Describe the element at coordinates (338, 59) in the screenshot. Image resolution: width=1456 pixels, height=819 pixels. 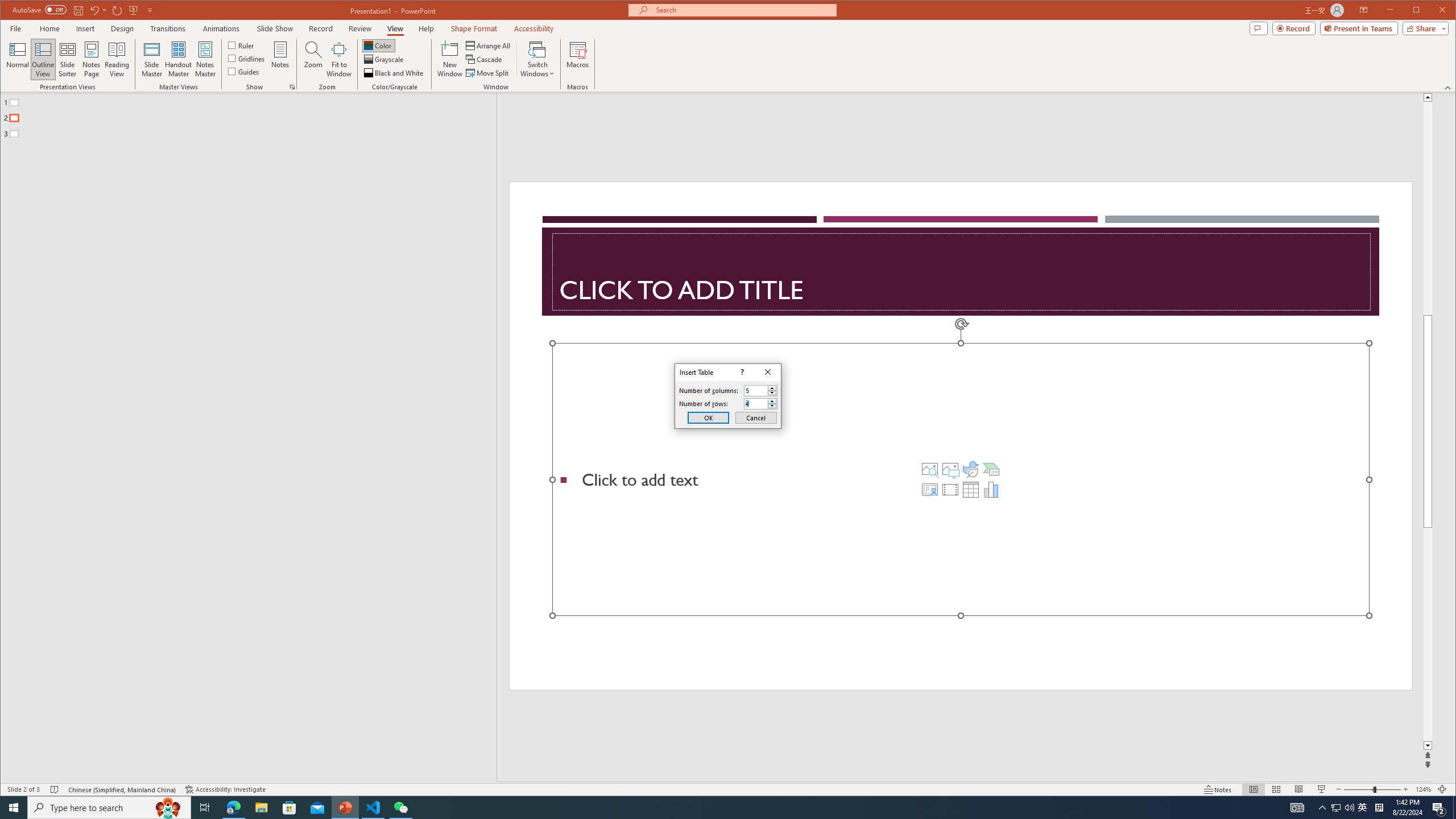
I see `'Fit to Window'` at that location.